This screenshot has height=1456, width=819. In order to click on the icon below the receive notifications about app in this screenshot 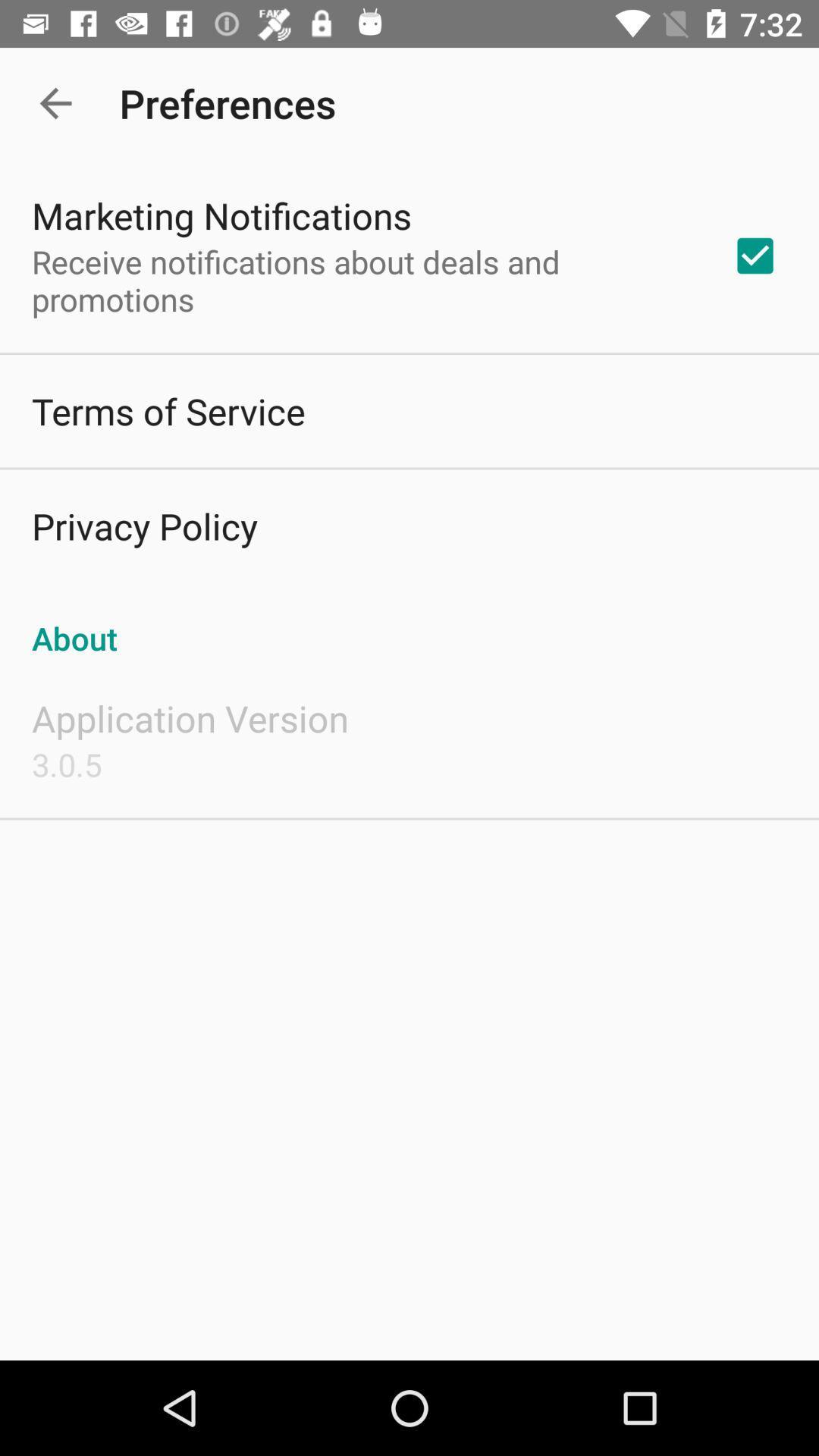, I will do `click(168, 411)`.